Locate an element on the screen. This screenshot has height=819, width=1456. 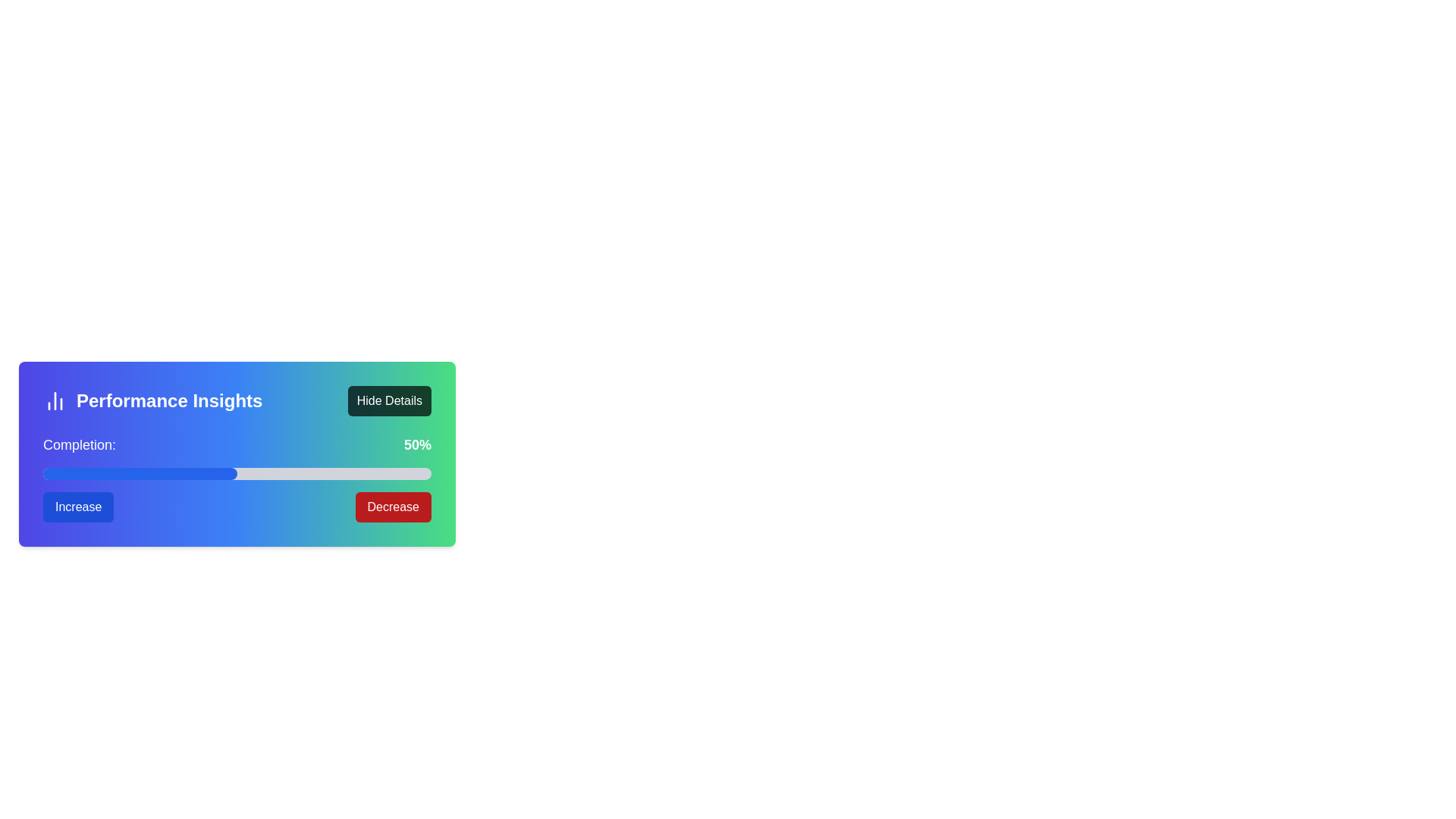
the blue 'Increase' button with white text located at the bottom left of the 'Performance Insights' section is located at coordinates (77, 507).